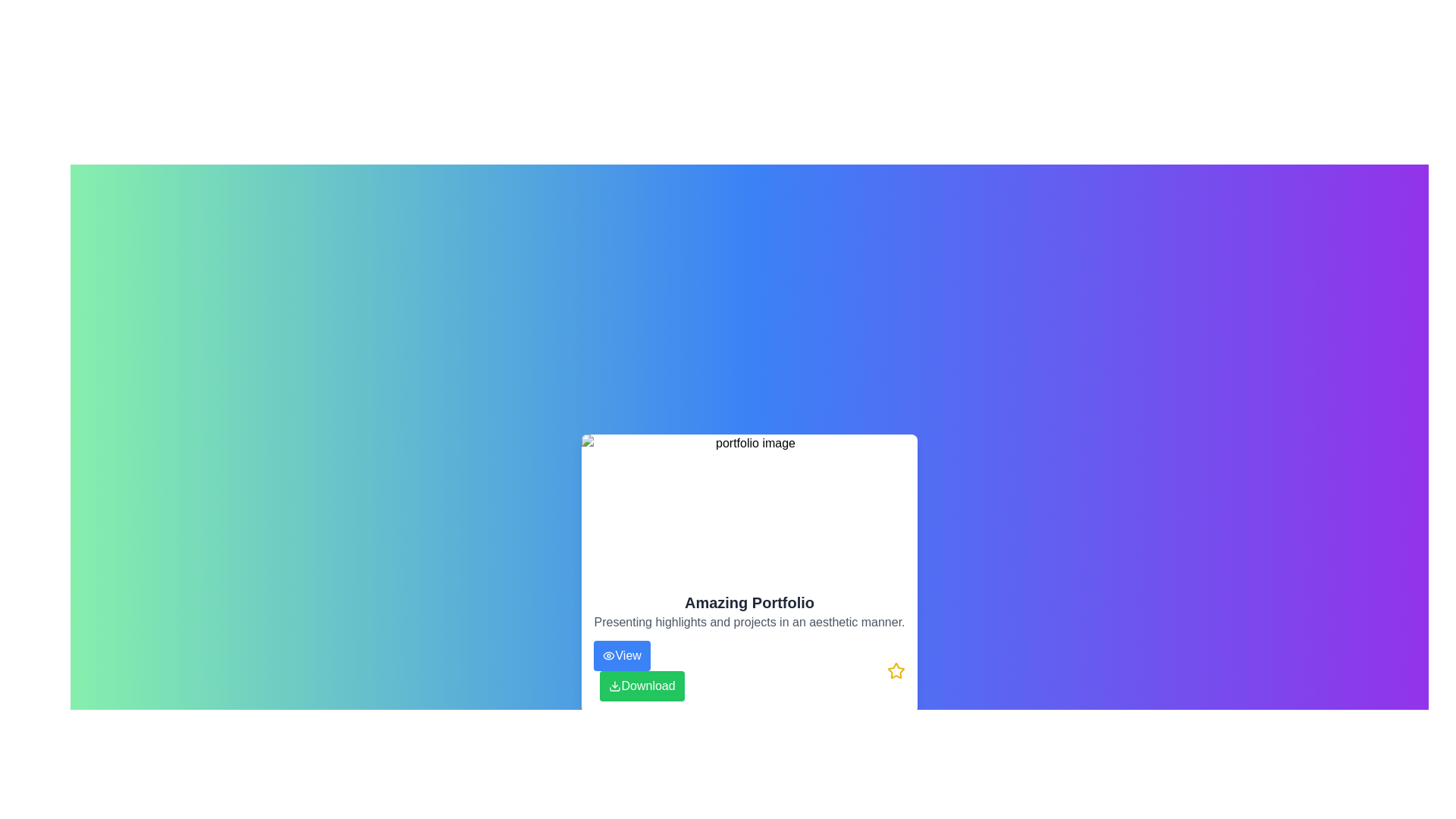 The image size is (1456, 819). I want to click on the star-shaped icon with a yellow outline and white fill located at the bottom-right corner of the card, adjacent to the green 'Download' button, so click(896, 670).